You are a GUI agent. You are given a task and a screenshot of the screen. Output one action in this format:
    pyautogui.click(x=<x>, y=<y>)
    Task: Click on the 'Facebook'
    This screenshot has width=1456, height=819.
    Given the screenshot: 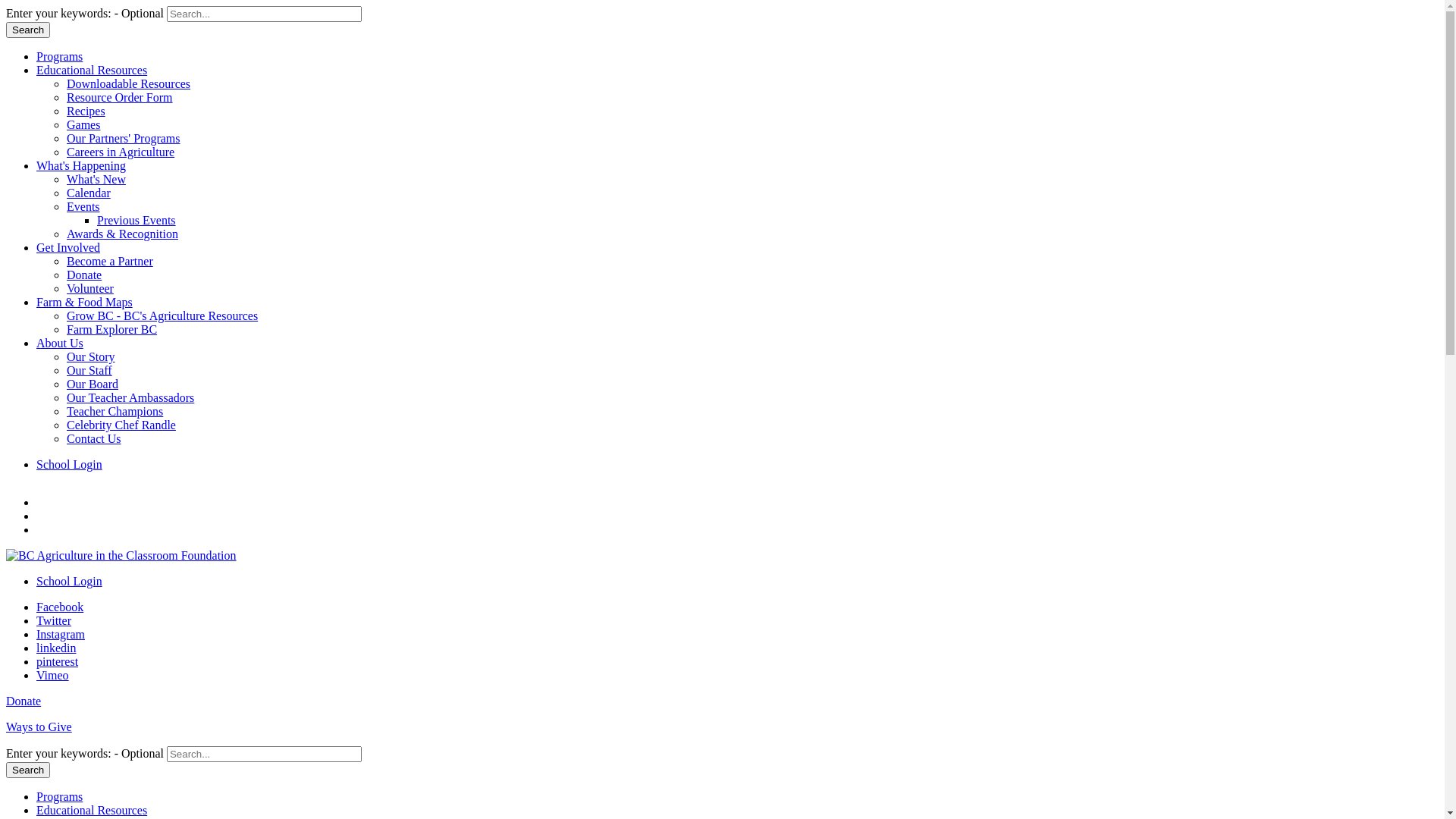 What is the action you would take?
    pyautogui.click(x=59, y=606)
    